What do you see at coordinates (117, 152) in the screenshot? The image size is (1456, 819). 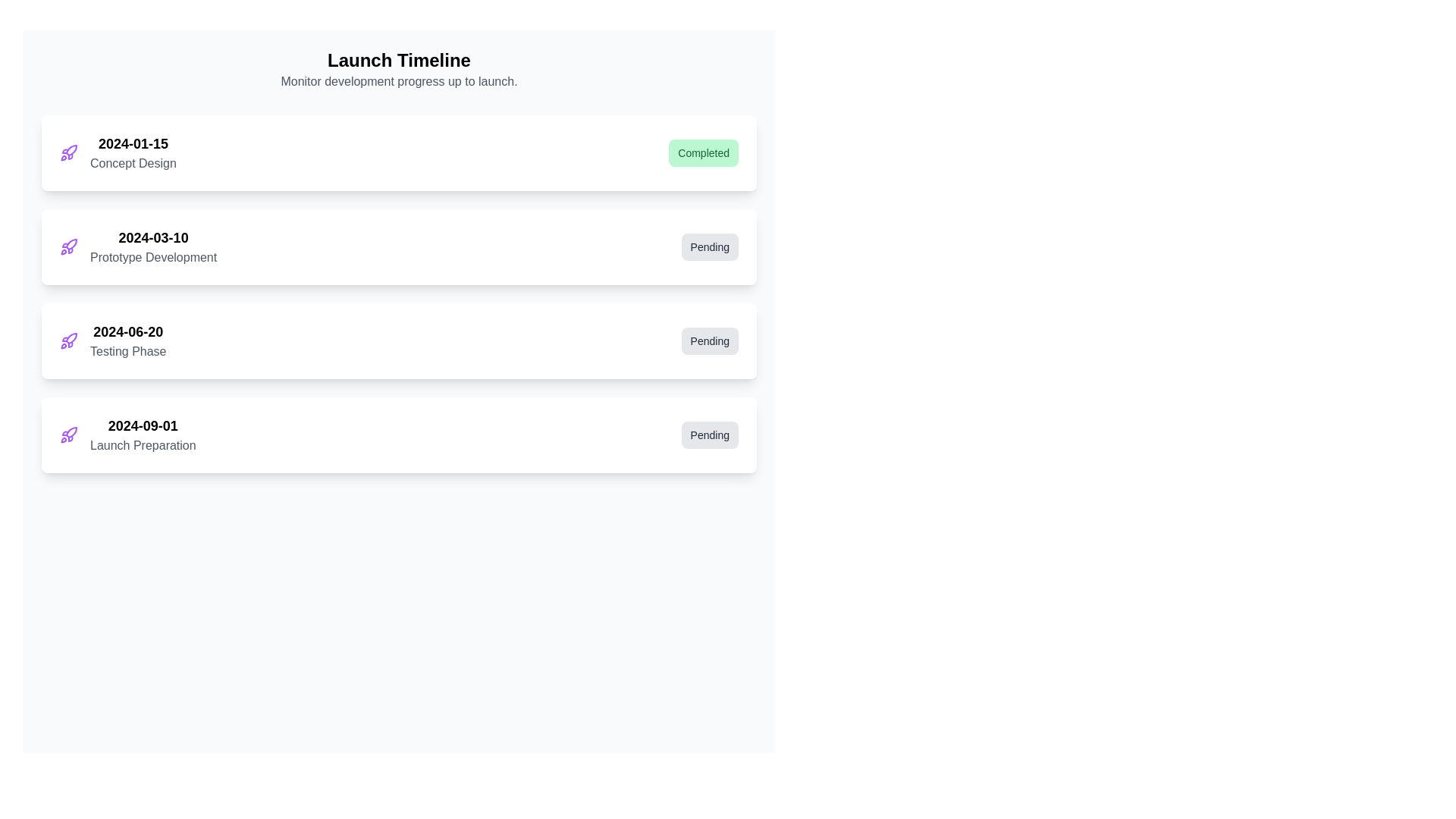 I see `the Timeline Entry that displays '2024-01-15' in bold and 'Concept Design' in lighter gray, located within a white card with rounded corners` at bounding box center [117, 152].